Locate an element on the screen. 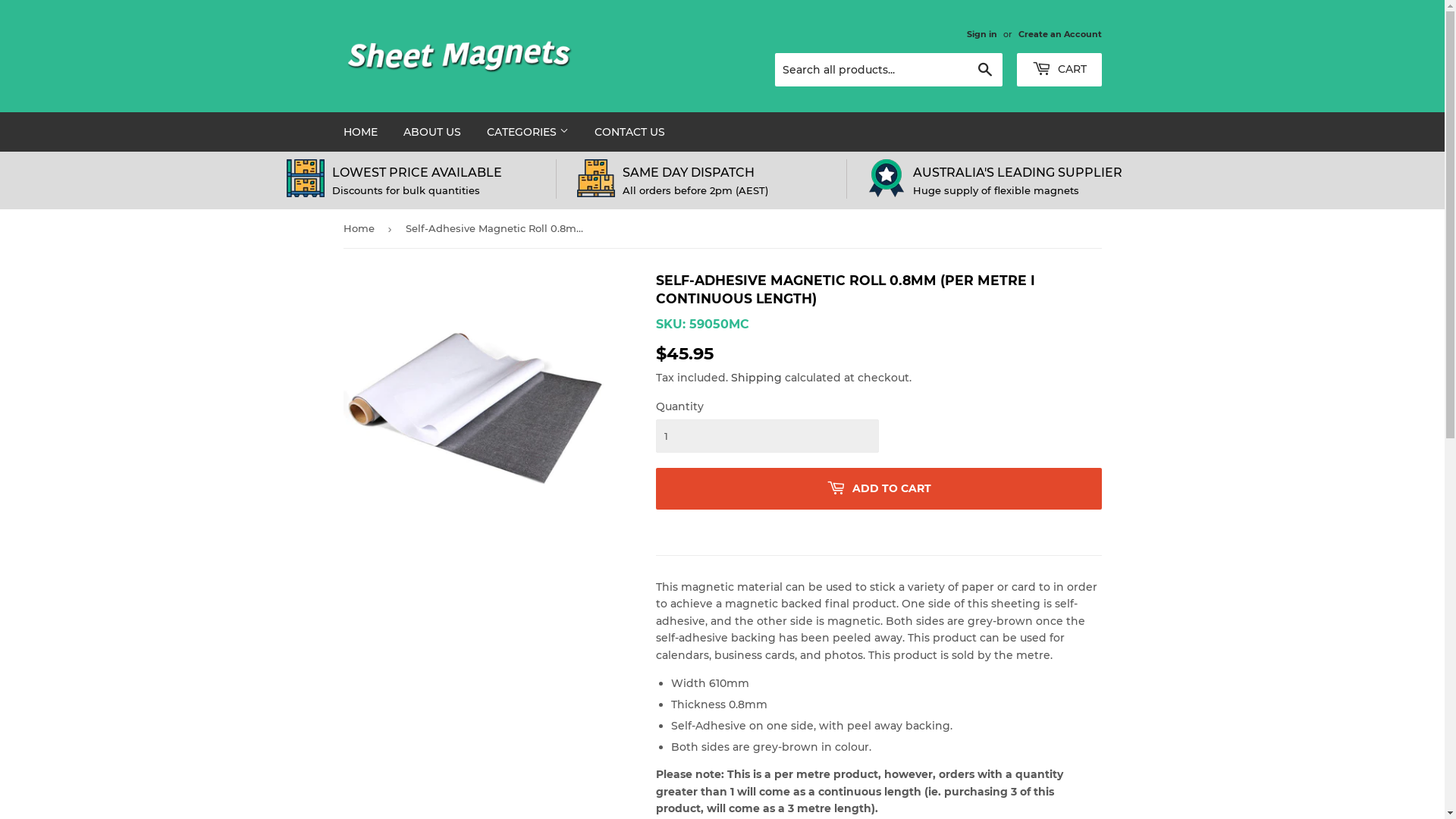 Image resolution: width=1456 pixels, height=819 pixels. 'Search' is located at coordinates (984, 70).